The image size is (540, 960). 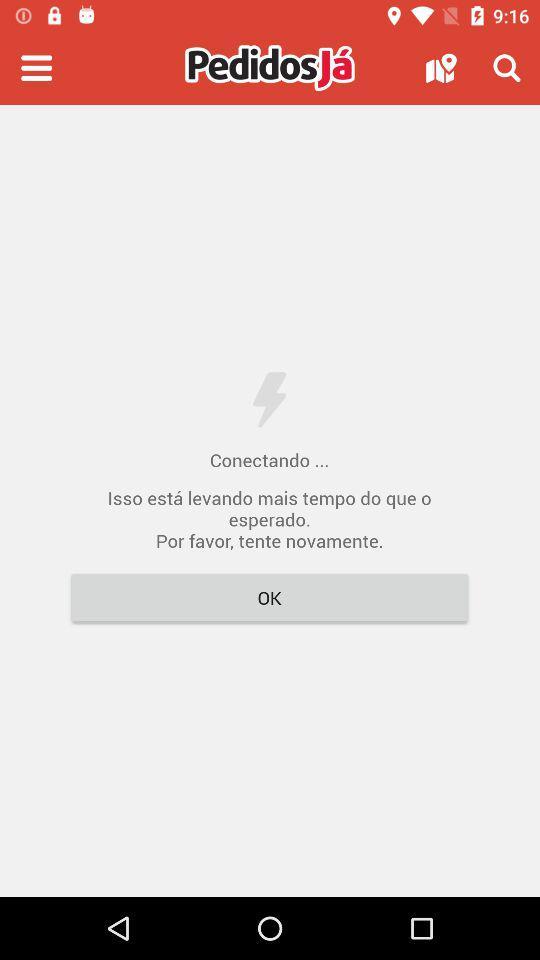 What do you see at coordinates (36, 68) in the screenshot?
I see `menu` at bounding box center [36, 68].